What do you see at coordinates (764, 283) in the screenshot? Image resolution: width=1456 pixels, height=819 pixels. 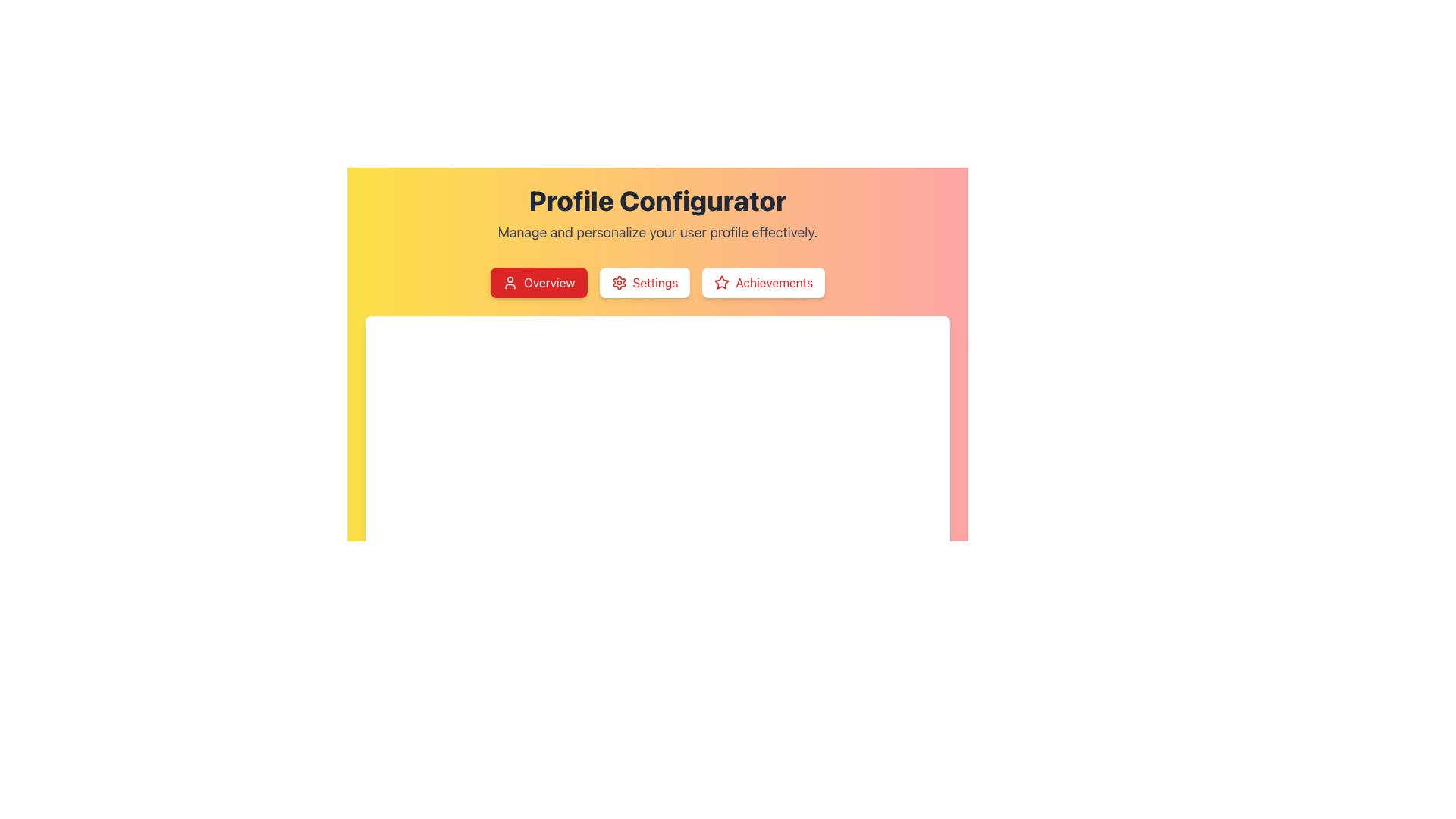 I see `the 'Achievements' button, which is a rectangular button with a white background, red star icon, and red text, located in the upper section of the interface below 'Profile Configurator'` at bounding box center [764, 283].